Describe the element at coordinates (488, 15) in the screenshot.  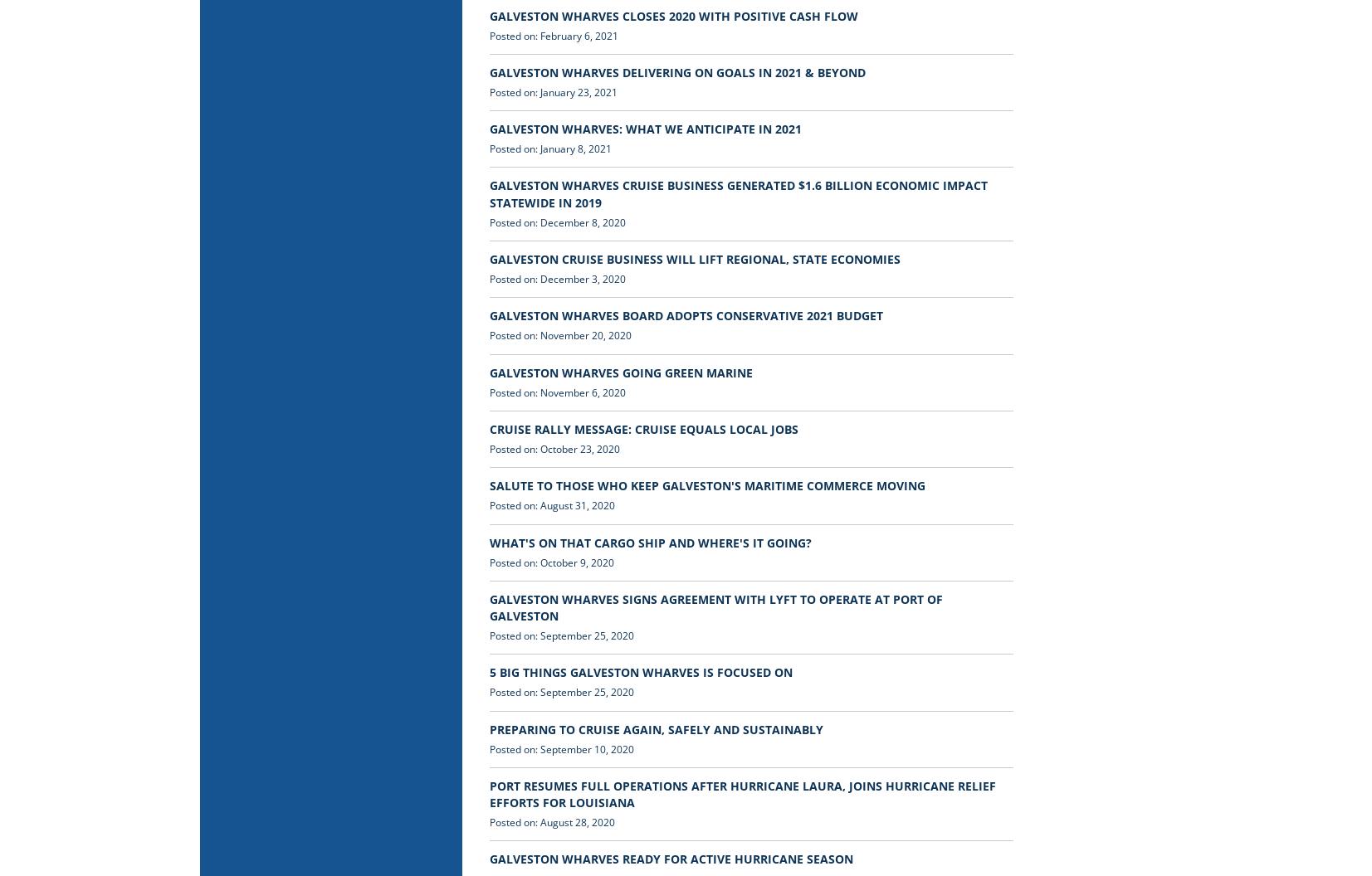
I see `'GALVESTON WHARVES CLOSES 2020 WITH POSITIVE CASH FLOW'` at that location.